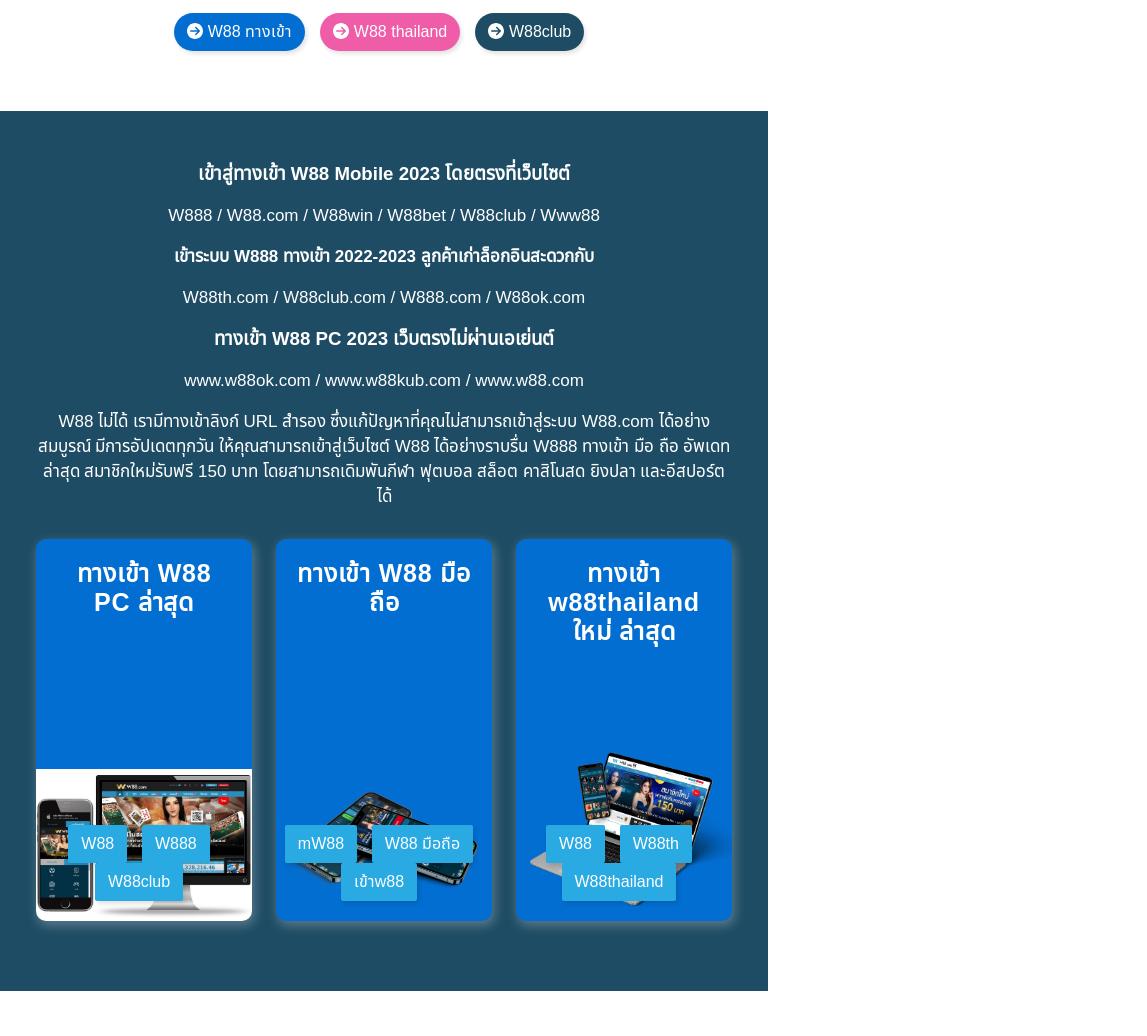  Describe the element at coordinates (339, 419) in the screenshot. I see `'แชทสดบนเว็บไซต์,'` at that location.